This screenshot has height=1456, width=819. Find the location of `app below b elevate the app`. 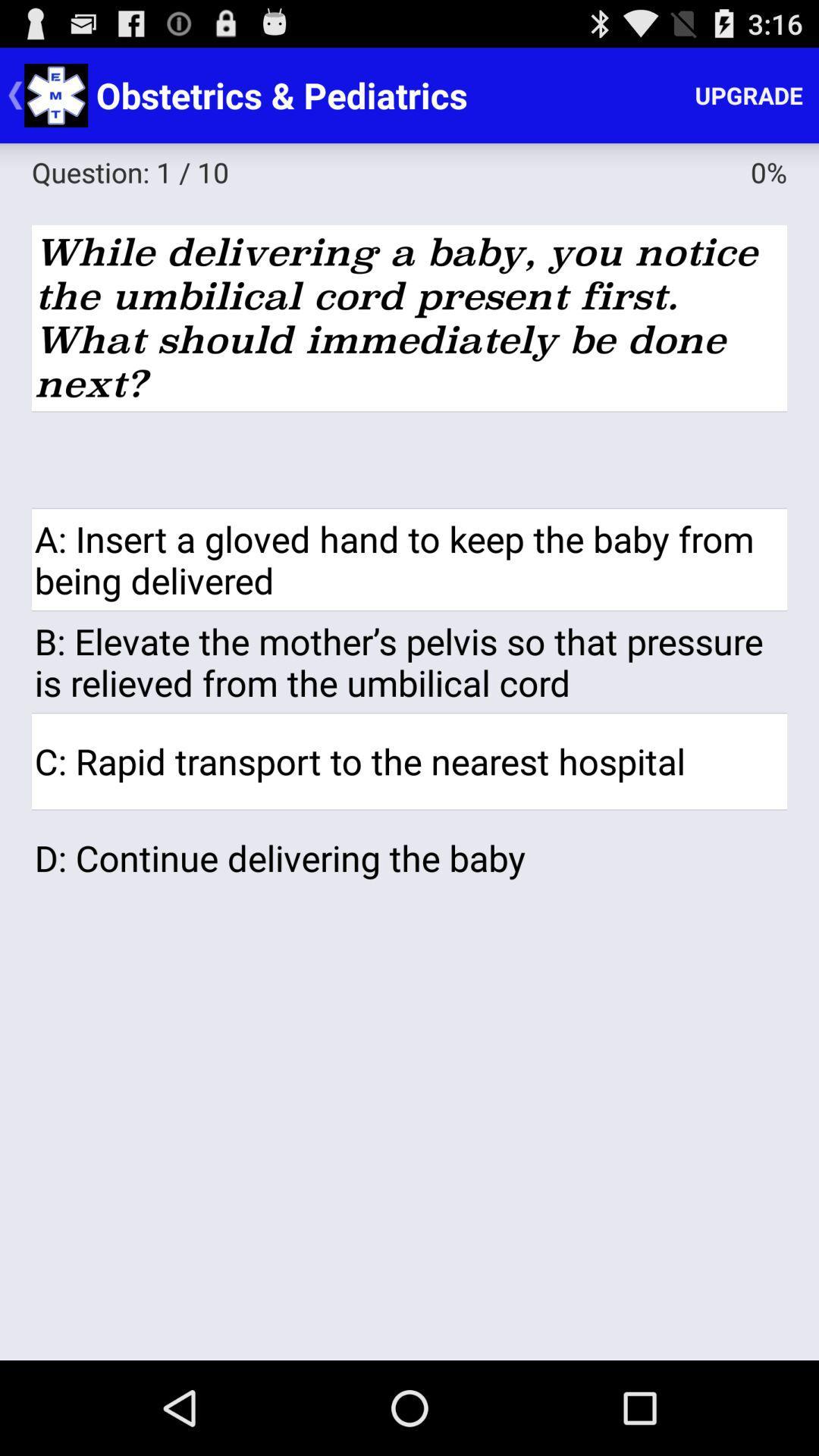

app below b elevate the app is located at coordinates (409, 761).